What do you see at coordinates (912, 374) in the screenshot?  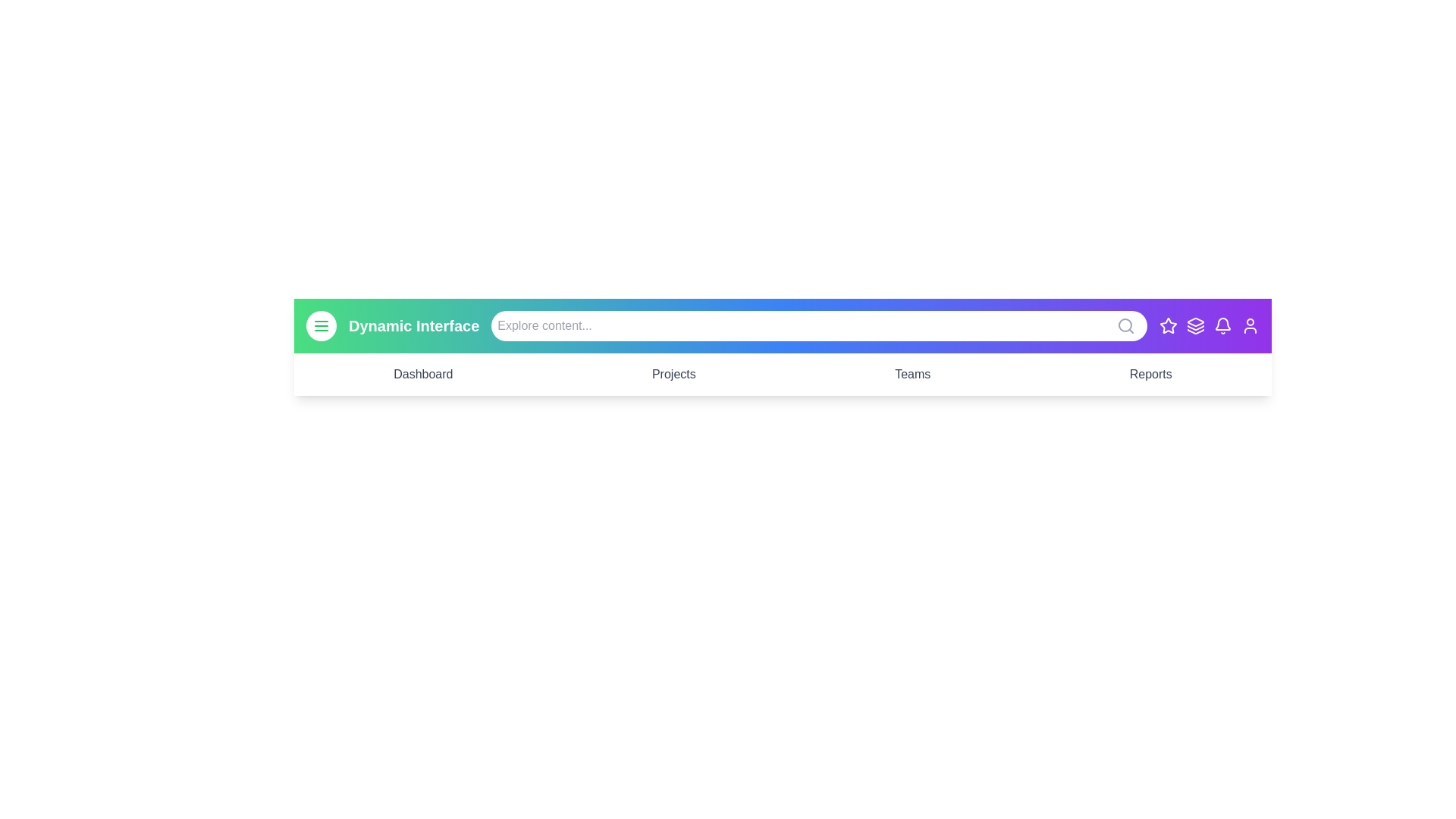 I see `the menu item Teams to navigate to its corresponding section` at bounding box center [912, 374].